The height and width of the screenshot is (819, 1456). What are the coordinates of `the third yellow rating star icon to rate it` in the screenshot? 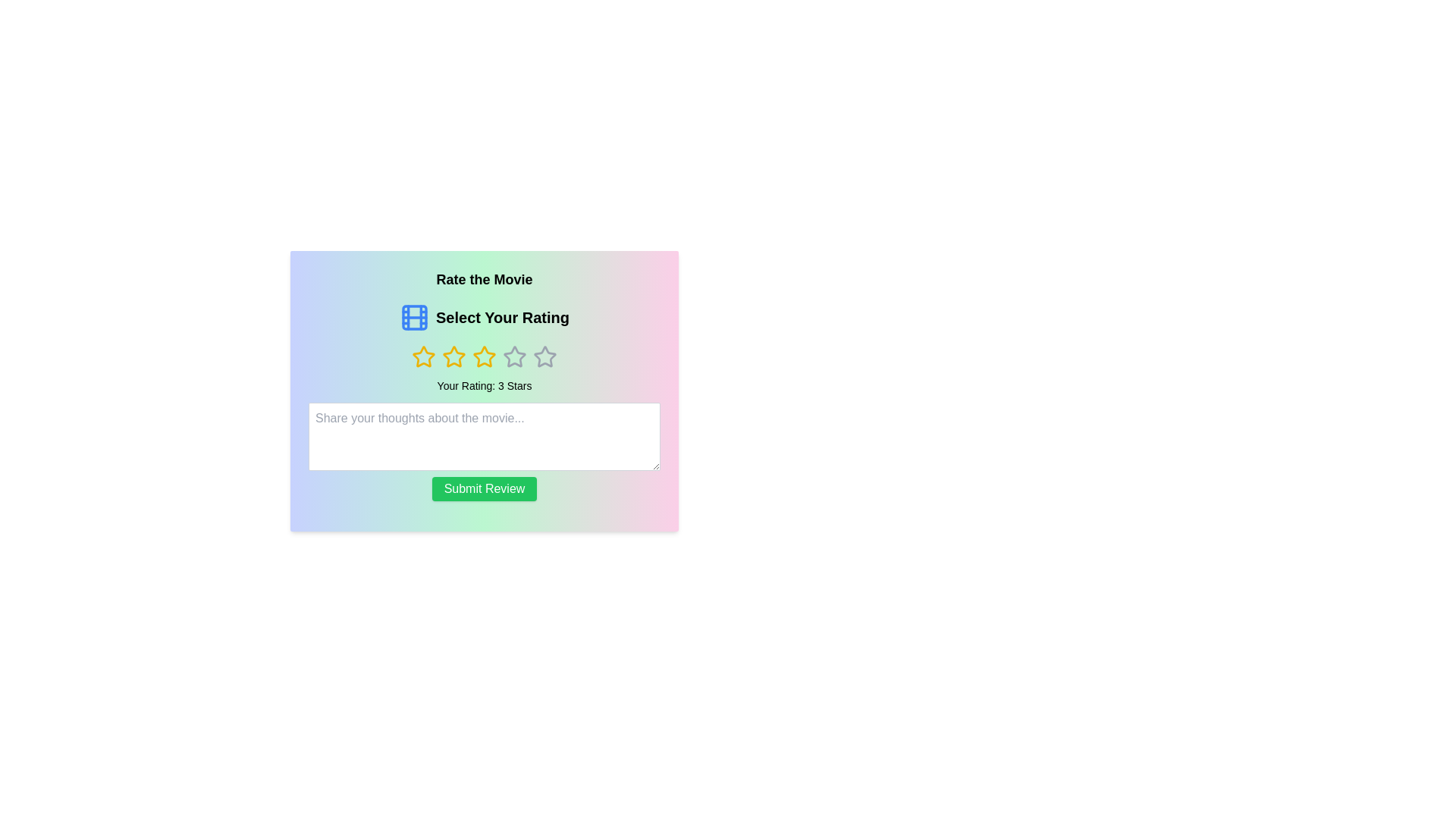 It's located at (453, 356).